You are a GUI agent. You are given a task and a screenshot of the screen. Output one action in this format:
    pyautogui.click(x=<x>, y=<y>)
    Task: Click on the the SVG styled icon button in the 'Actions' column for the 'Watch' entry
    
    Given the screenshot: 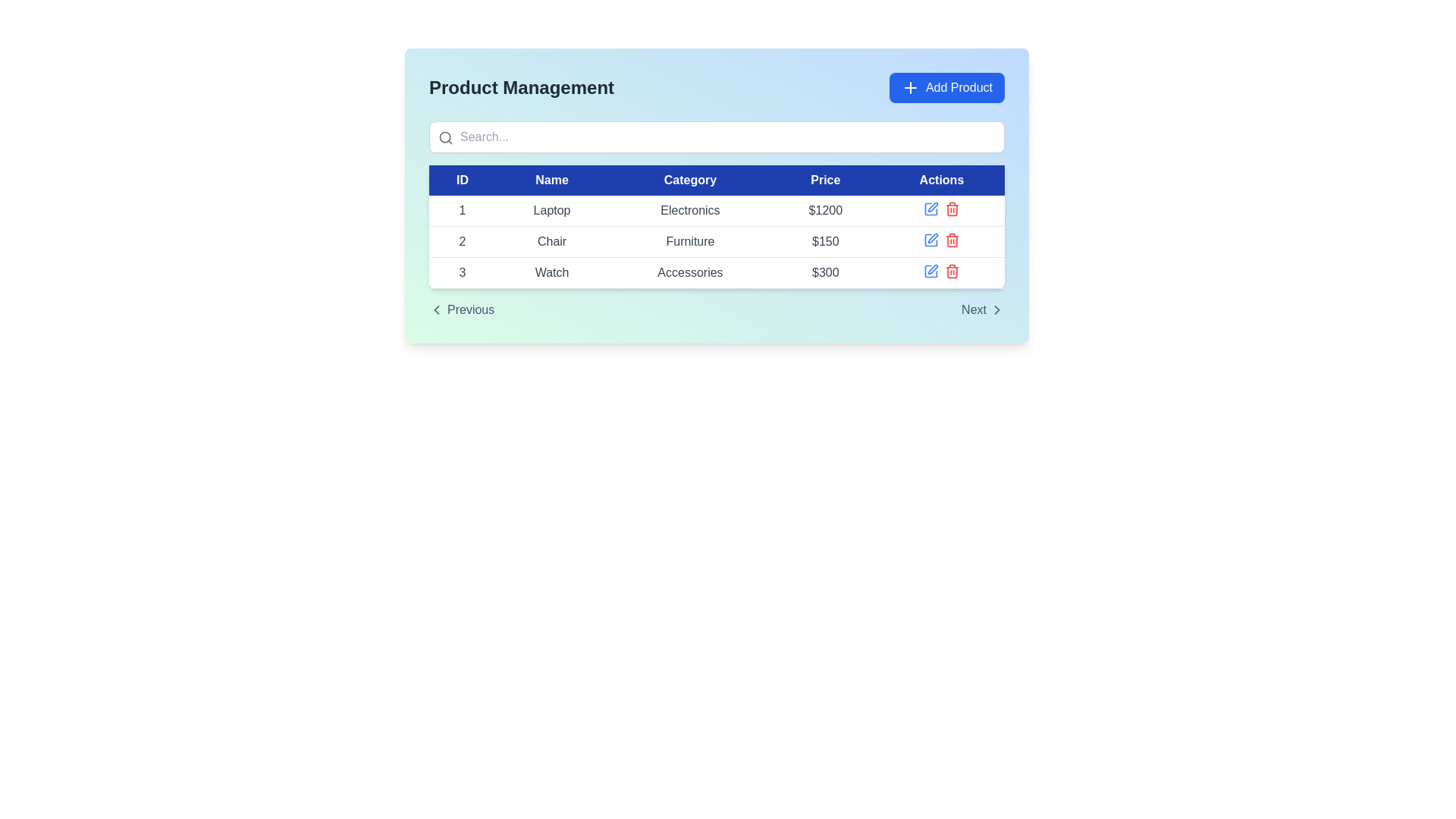 What is the action you would take?
    pyautogui.click(x=931, y=268)
    